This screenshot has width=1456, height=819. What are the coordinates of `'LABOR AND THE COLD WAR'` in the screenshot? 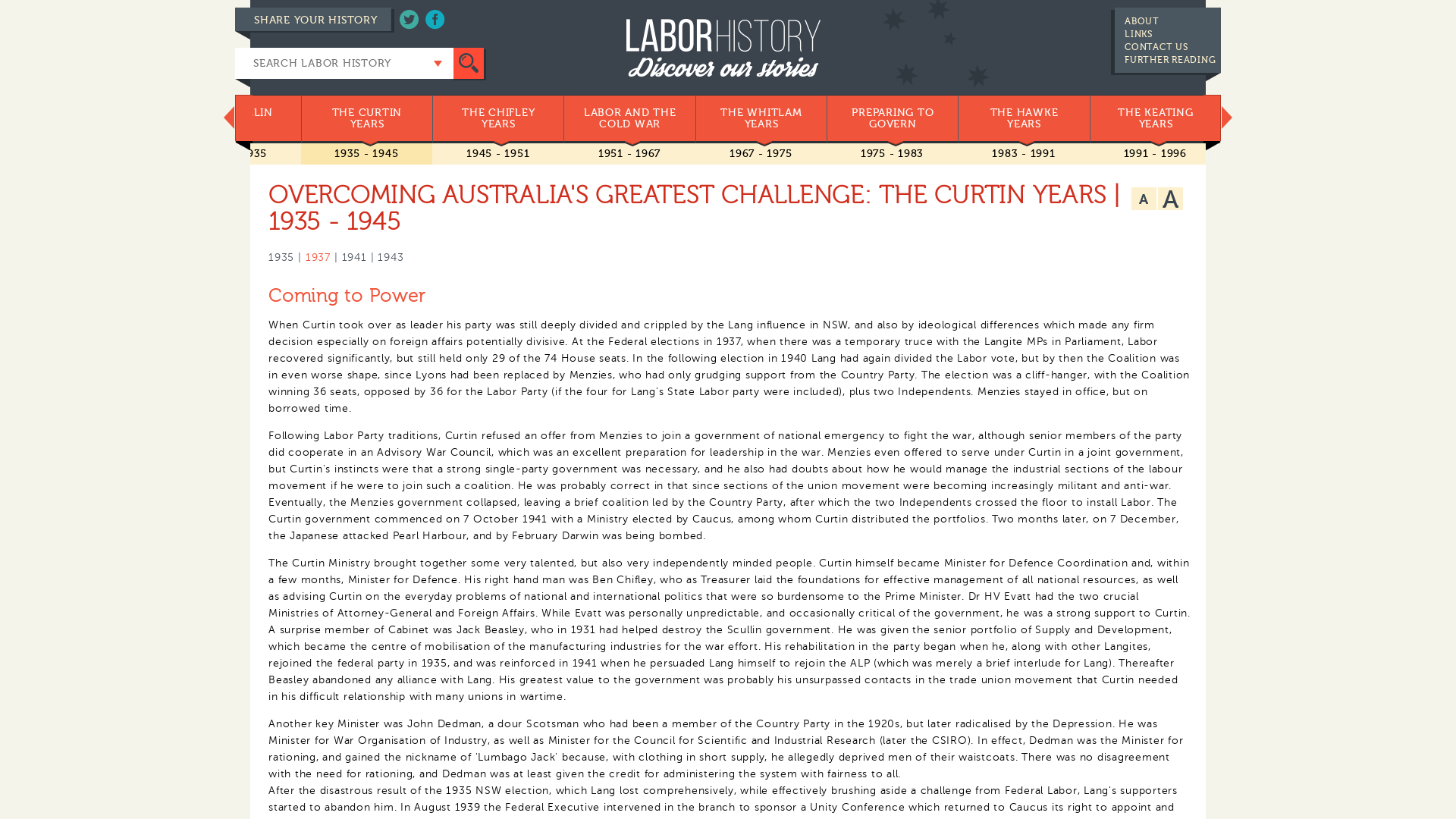 It's located at (629, 118).